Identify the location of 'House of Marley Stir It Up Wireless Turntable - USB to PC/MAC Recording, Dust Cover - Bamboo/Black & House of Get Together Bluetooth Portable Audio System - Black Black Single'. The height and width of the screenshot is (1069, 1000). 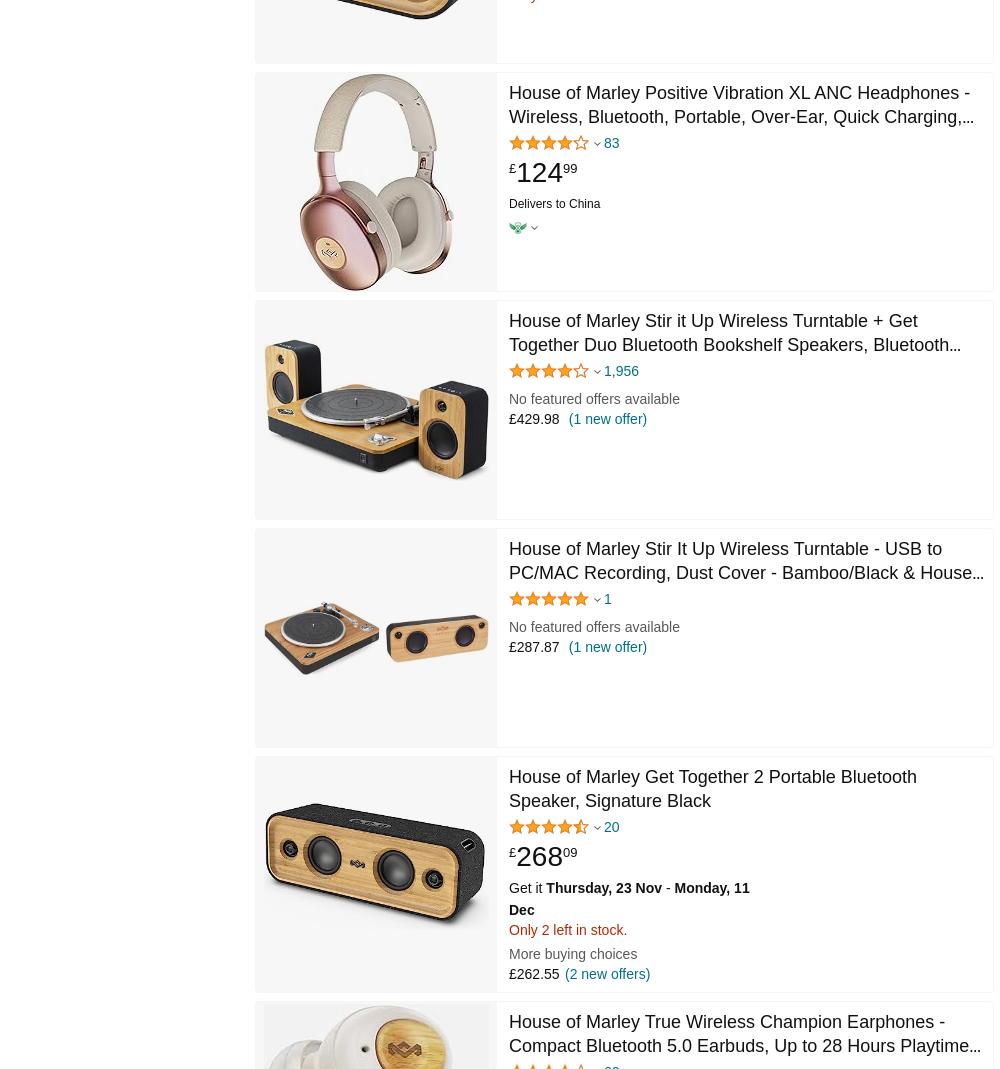
(509, 584).